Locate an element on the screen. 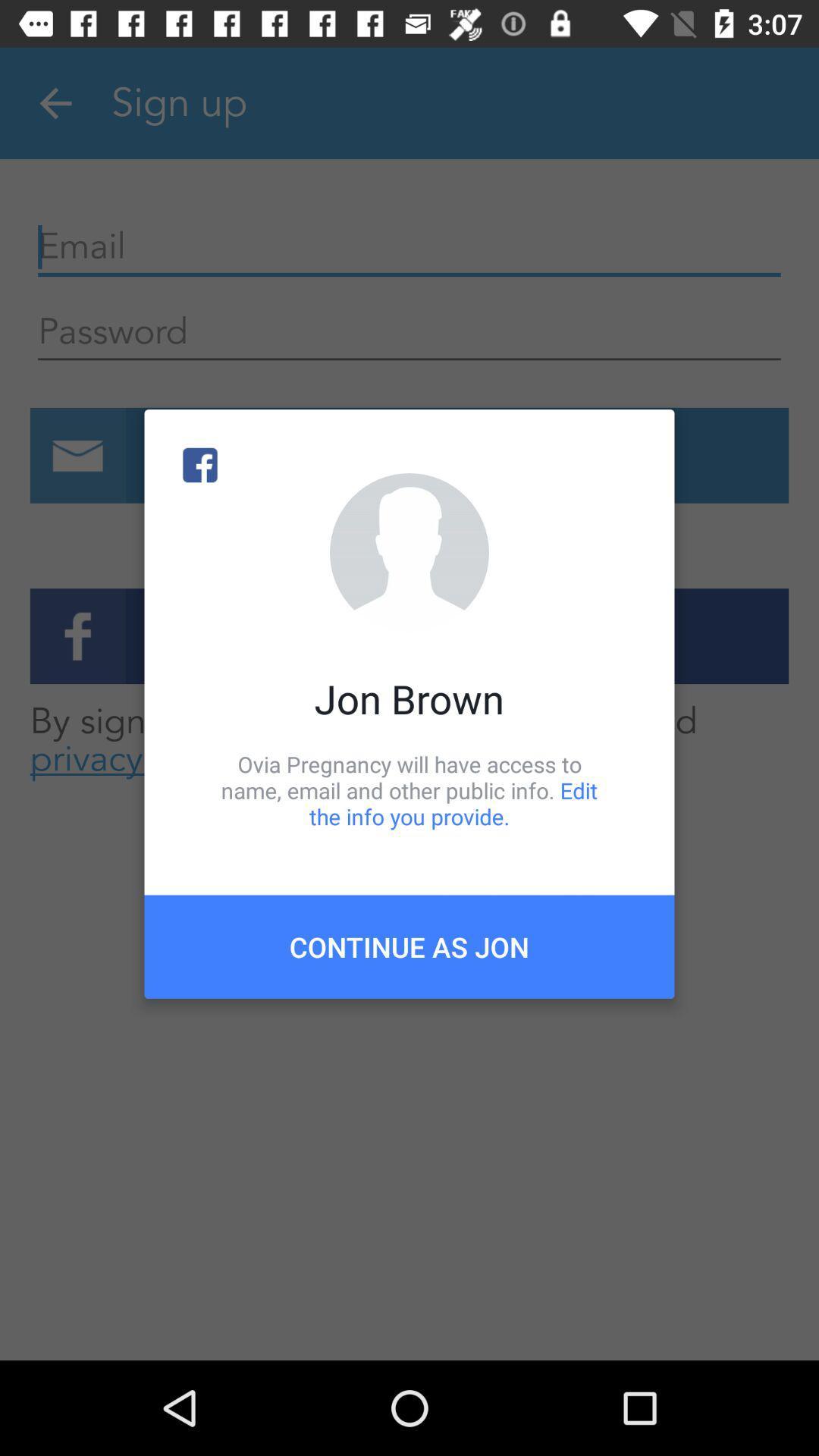 The height and width of the screenshot is (1456, 819). continue as jon item is located at coordinates (409, 946).